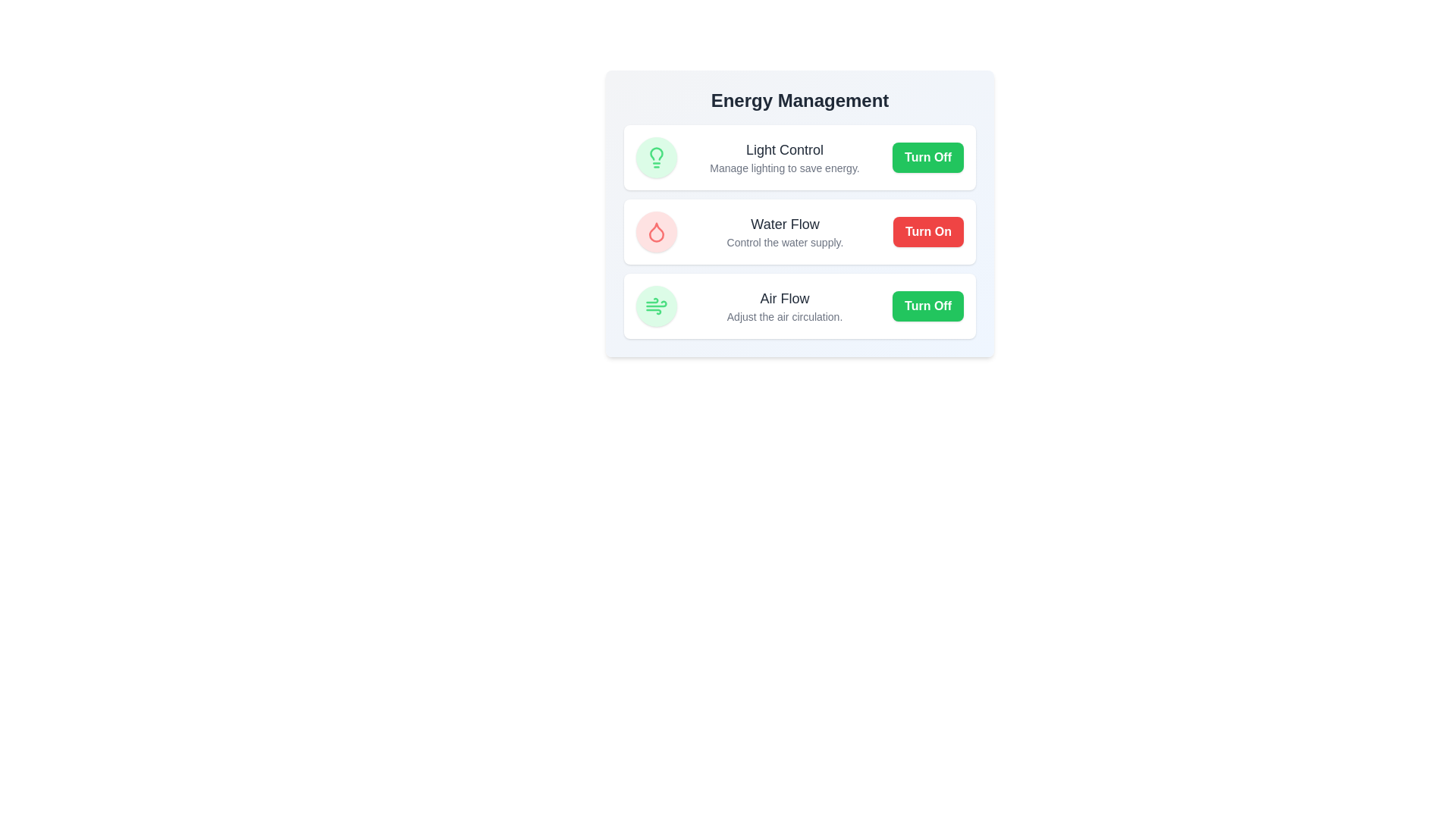 The height and width of the screenshot is (819, 1456). I want to click on the text label that provides additional information related to the 'Water Flow' section, positioned directly below the 'Water Flow' text in the 'Energy Management' interface, so click(785, 242).